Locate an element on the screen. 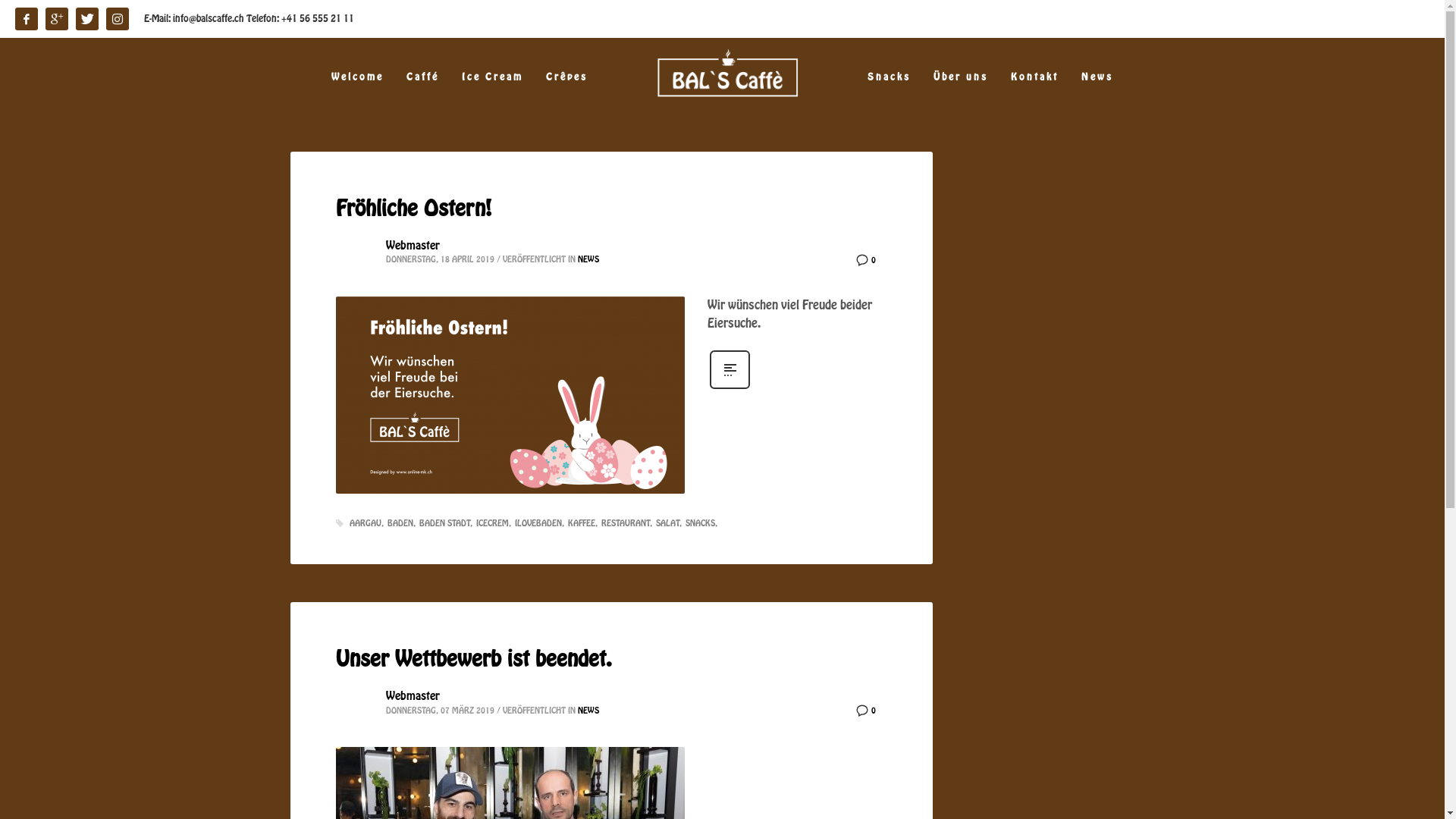  'Unser Wettbewerb ist beendet.' is located at coordinates (472, 659).